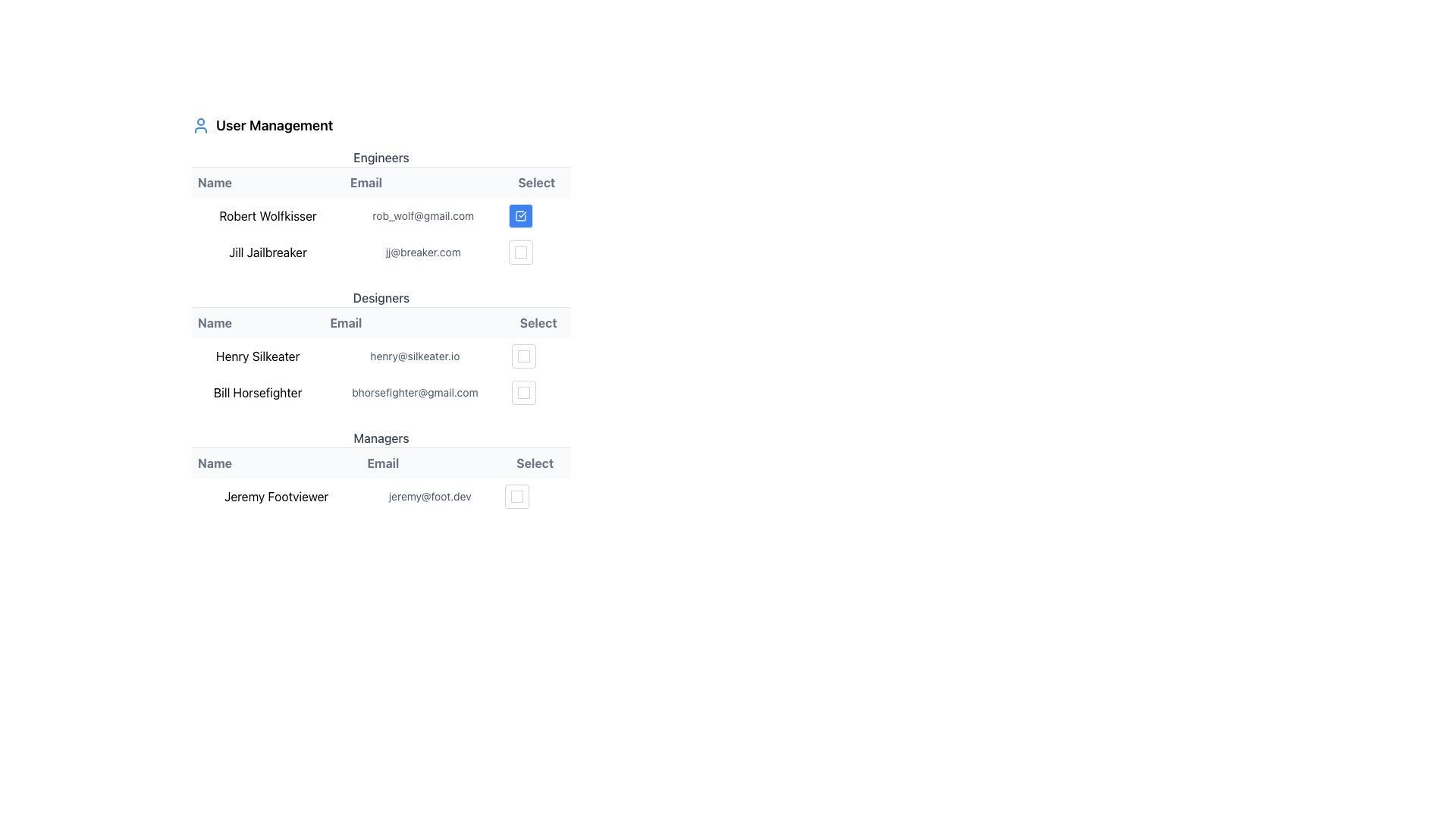 This screenshot has width=1456, height=819. What do you see at coordinates (536, 216) in the screenshot?
I see `the interactive button associated with 'Robert Wolfkisser' located in the 'Select' column of the first row under the 'Engineers' section` at bounding box center [536, 216].